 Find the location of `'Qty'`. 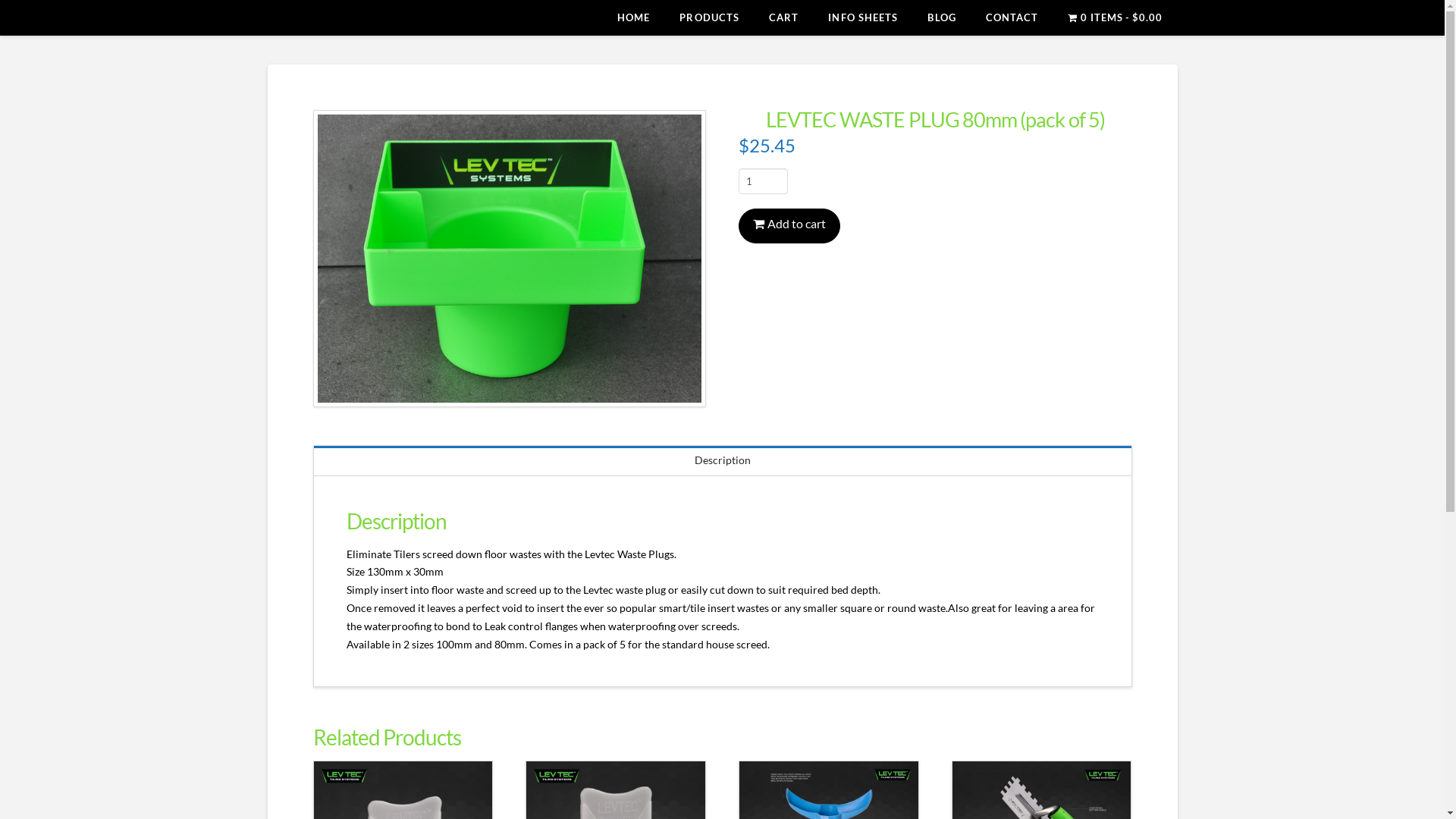

'Qty' is located at coordinates (763, 180).